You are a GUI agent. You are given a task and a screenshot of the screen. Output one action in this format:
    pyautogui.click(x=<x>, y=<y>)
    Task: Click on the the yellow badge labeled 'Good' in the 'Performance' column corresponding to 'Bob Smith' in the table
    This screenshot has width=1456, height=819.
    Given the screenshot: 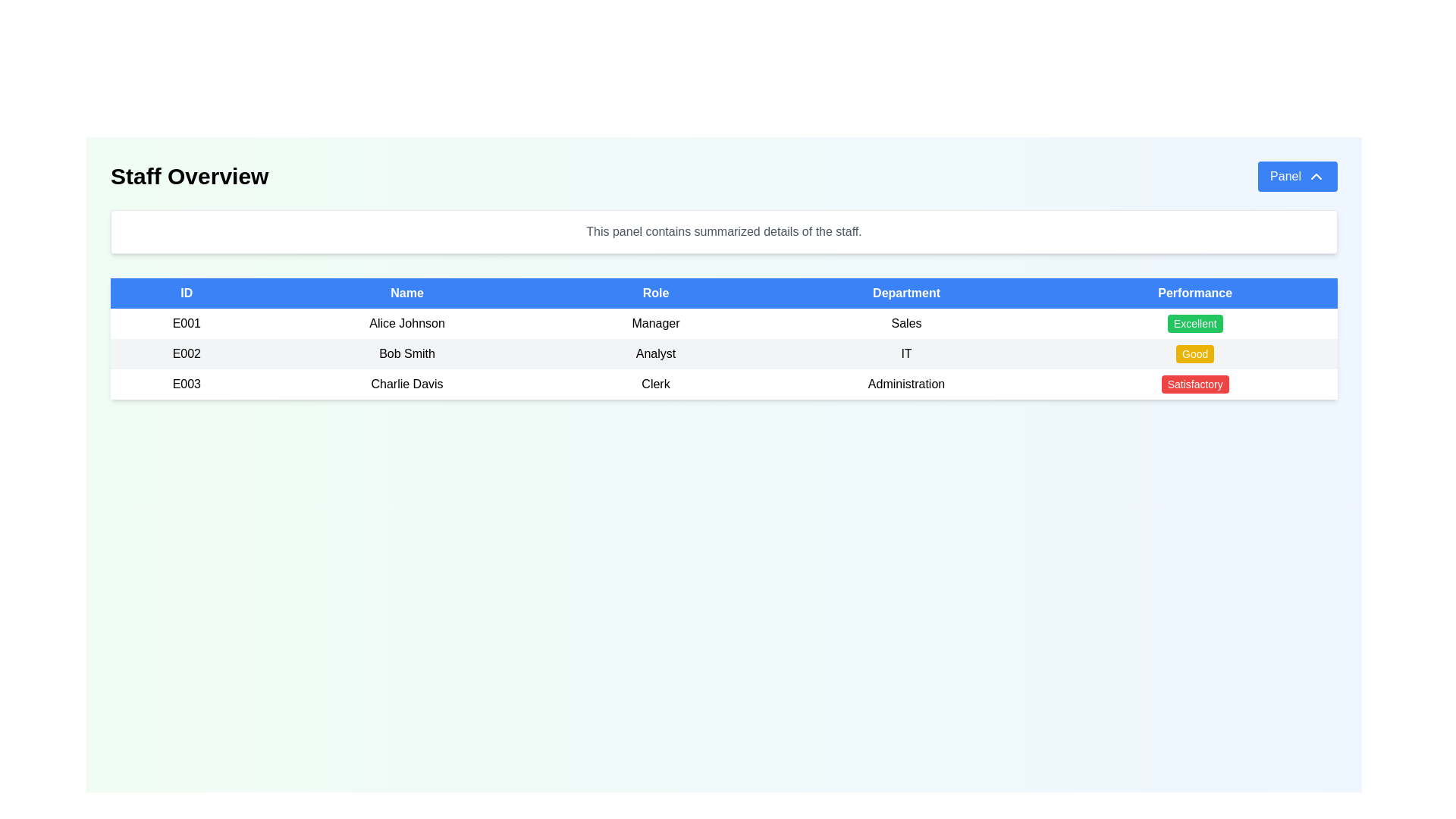 What is the action you would take?
    pyautogui.click(x=1194, y=353)
    